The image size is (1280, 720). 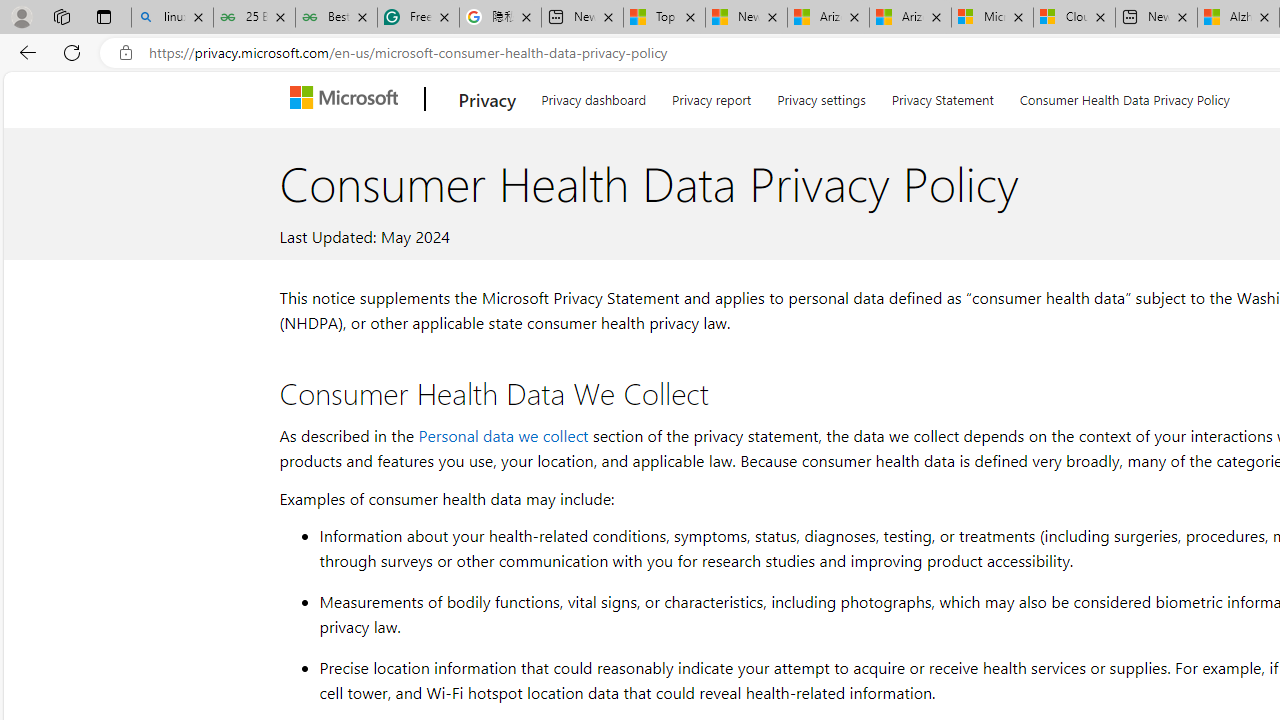 What do you see at coordinates (503, 434) in the screenshot?
I see `'Personal data we collect'` at bounding box center [503, 434].